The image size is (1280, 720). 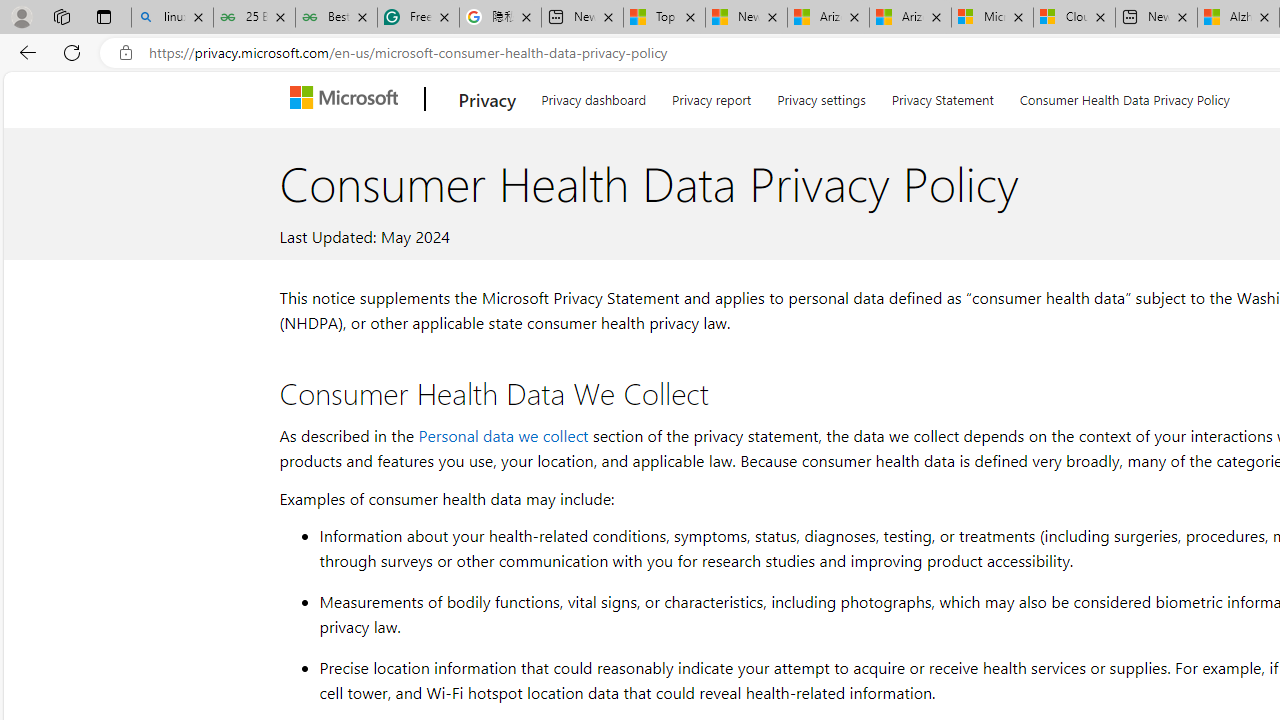 What do you see at coordinates (503, 434) in the screenshot?
I see `'Personal data we collect'` at bounding box center [503, 434].